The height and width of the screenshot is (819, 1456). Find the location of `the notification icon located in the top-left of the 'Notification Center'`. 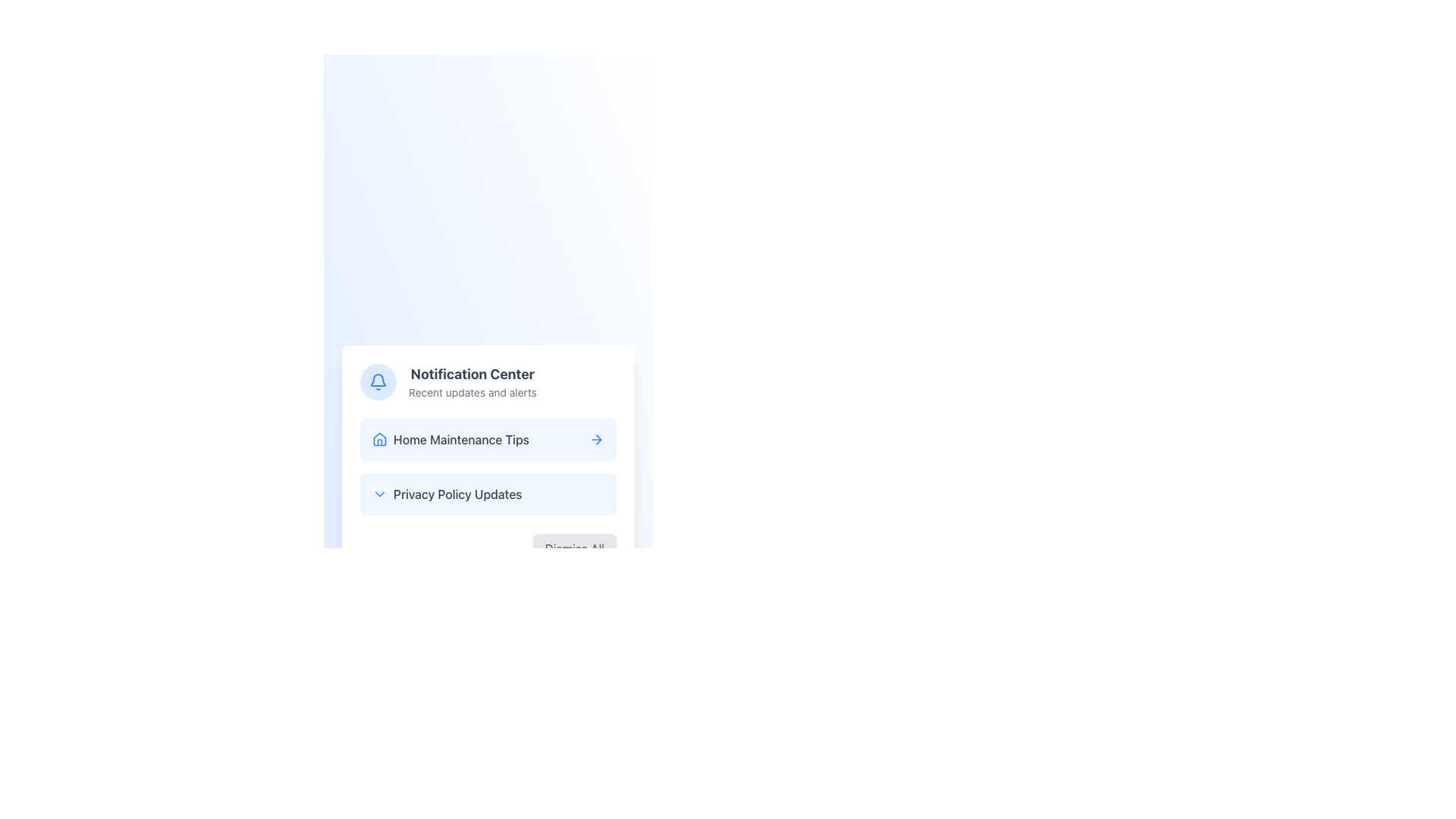

the notification icon located in the top-left of the 'Notification Center' is located at coordinates (378, 381).